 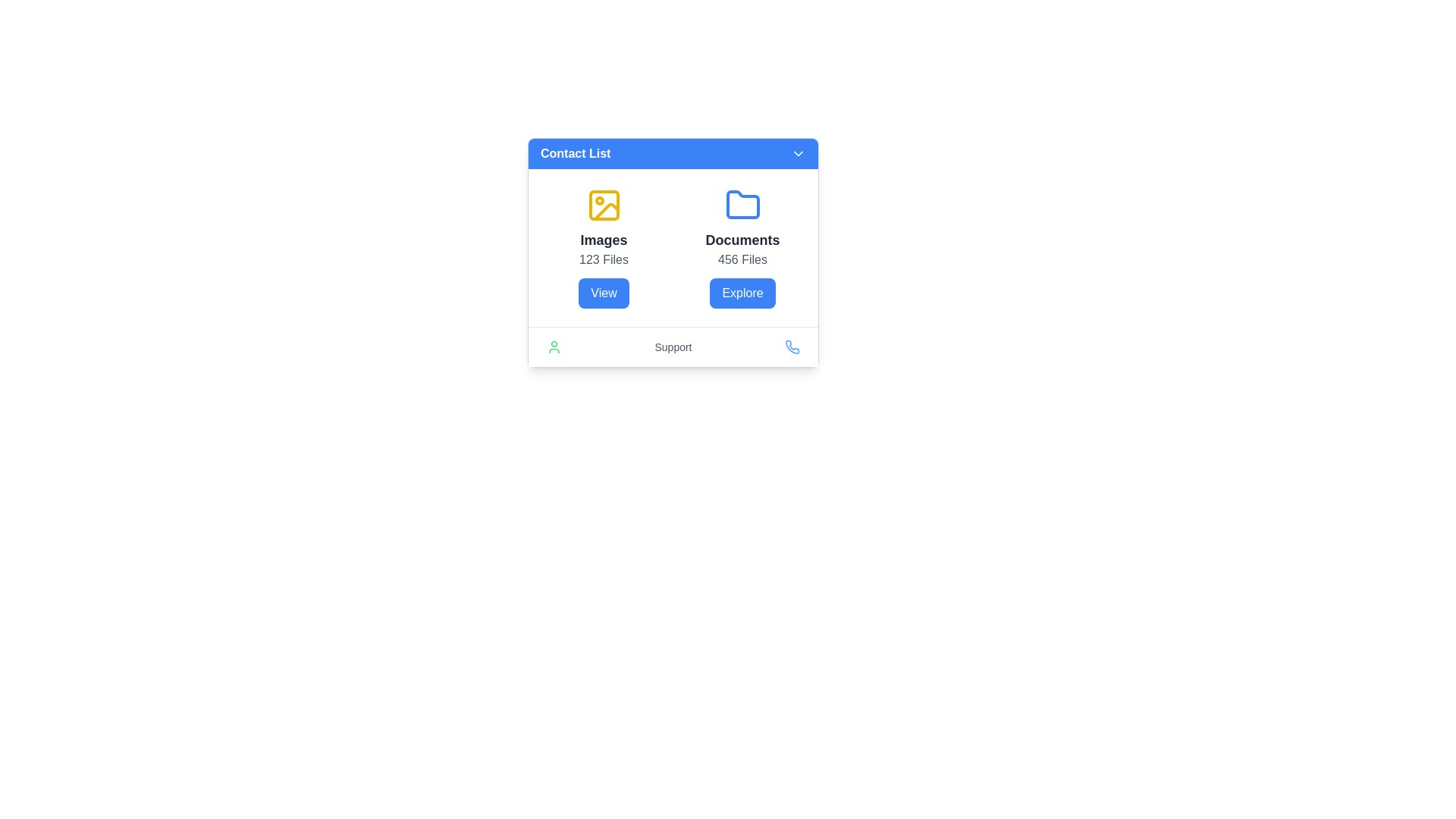 I want to click on the phone icon in the bottom-right corner of the 'Contact List' card to initiate a call, so click(x=792, y=347).